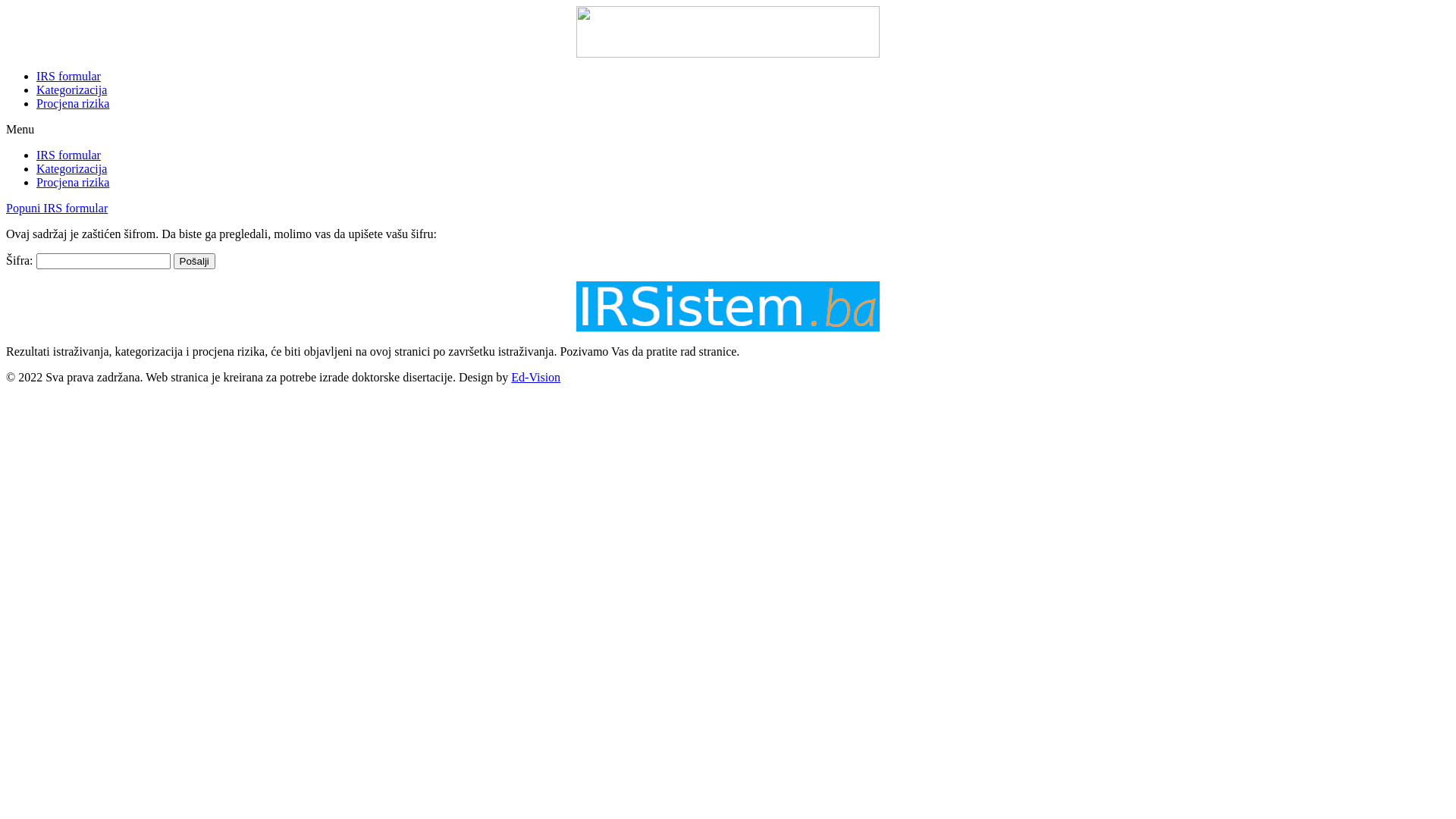  I want to click on 'irsistem_logo_01', so click(728, 307).